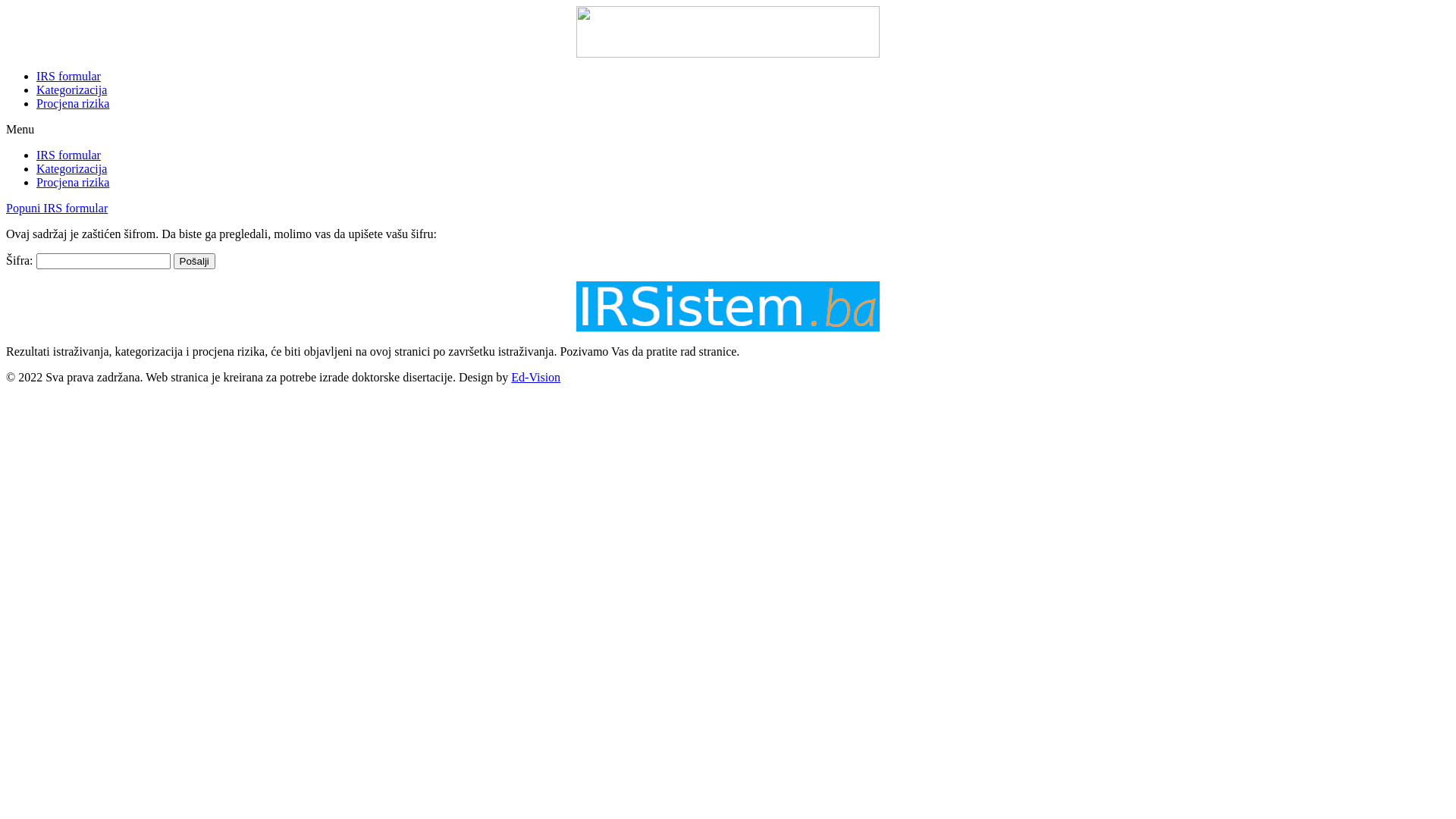  I want to click on 'irsistem_logo_01', so click(728, 307).